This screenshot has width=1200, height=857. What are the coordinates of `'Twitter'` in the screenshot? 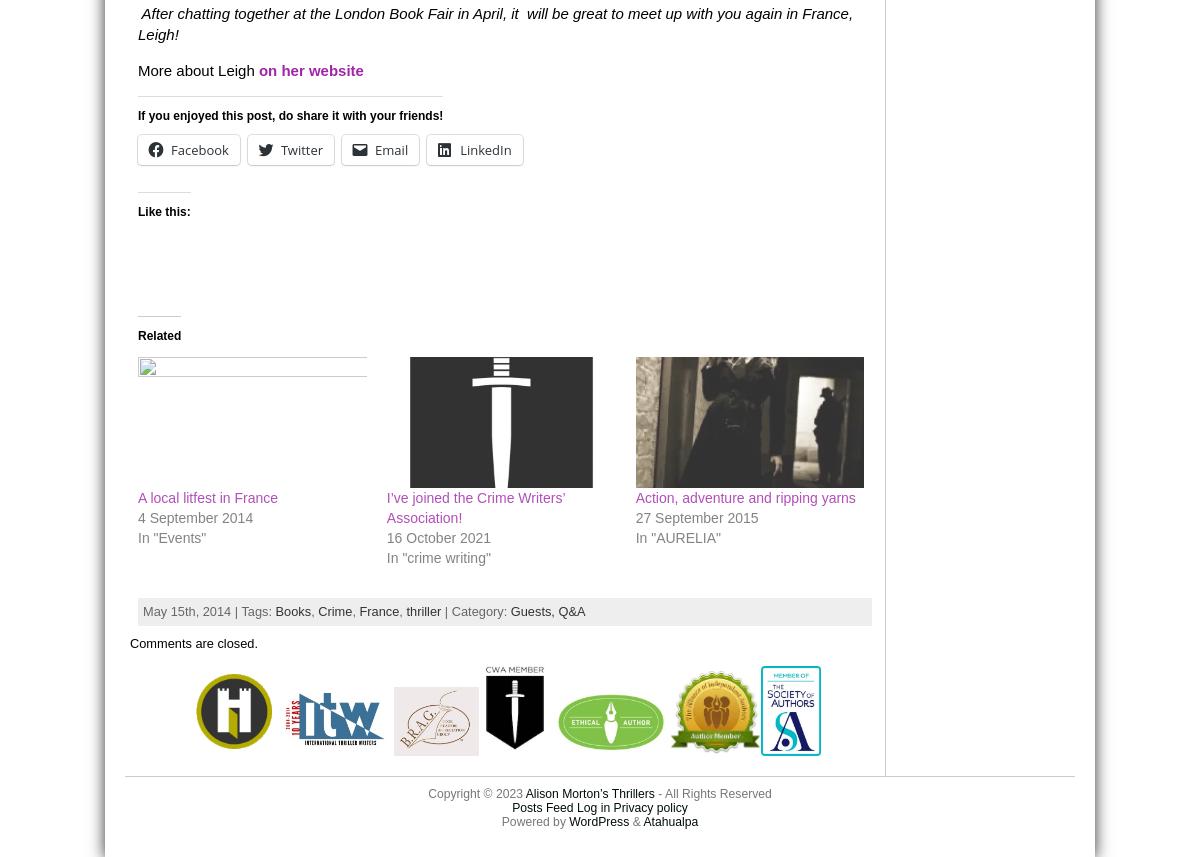 It's located at (301, 148).